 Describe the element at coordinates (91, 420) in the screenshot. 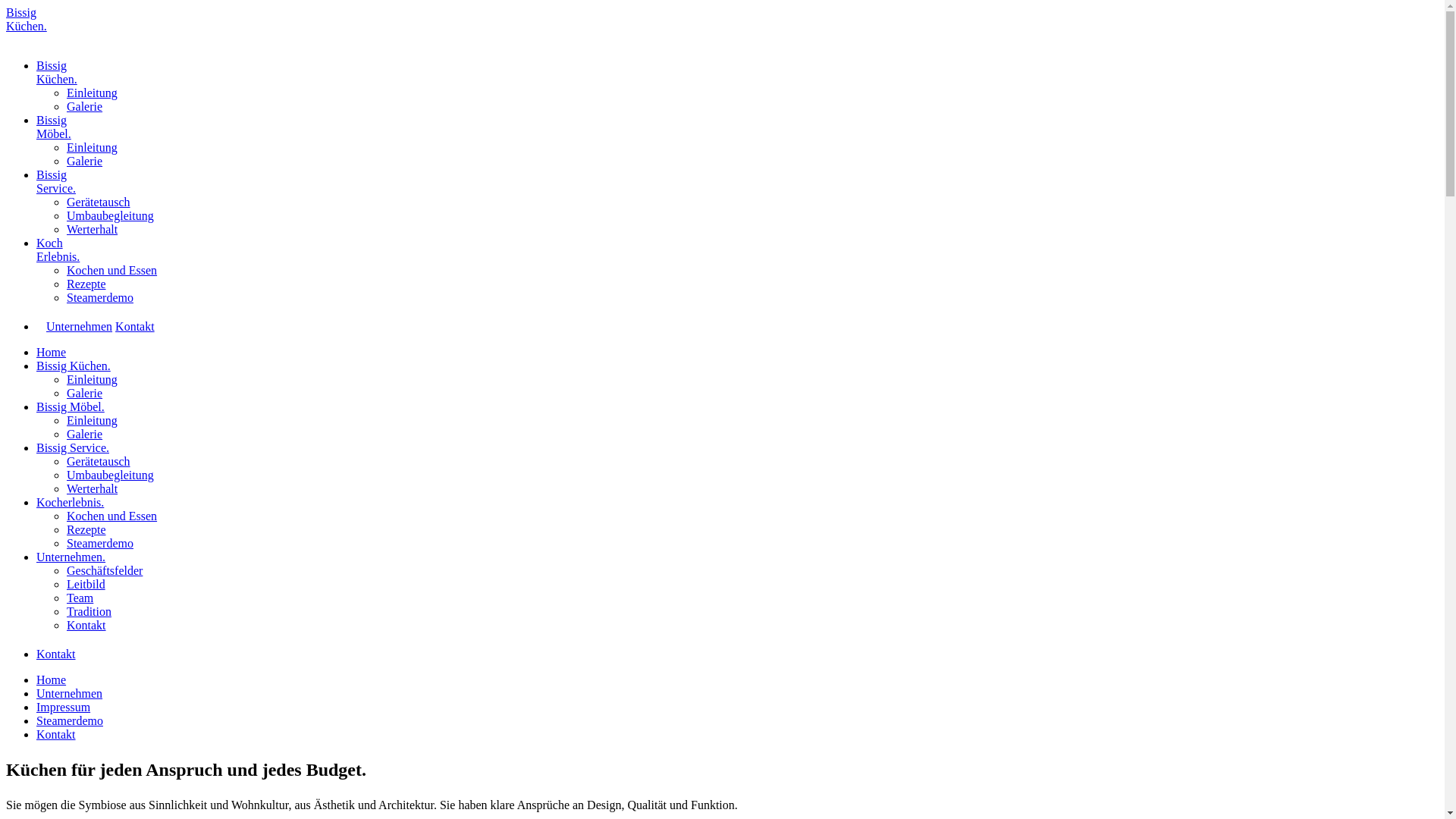

I see `'Einleitung'` at that location.